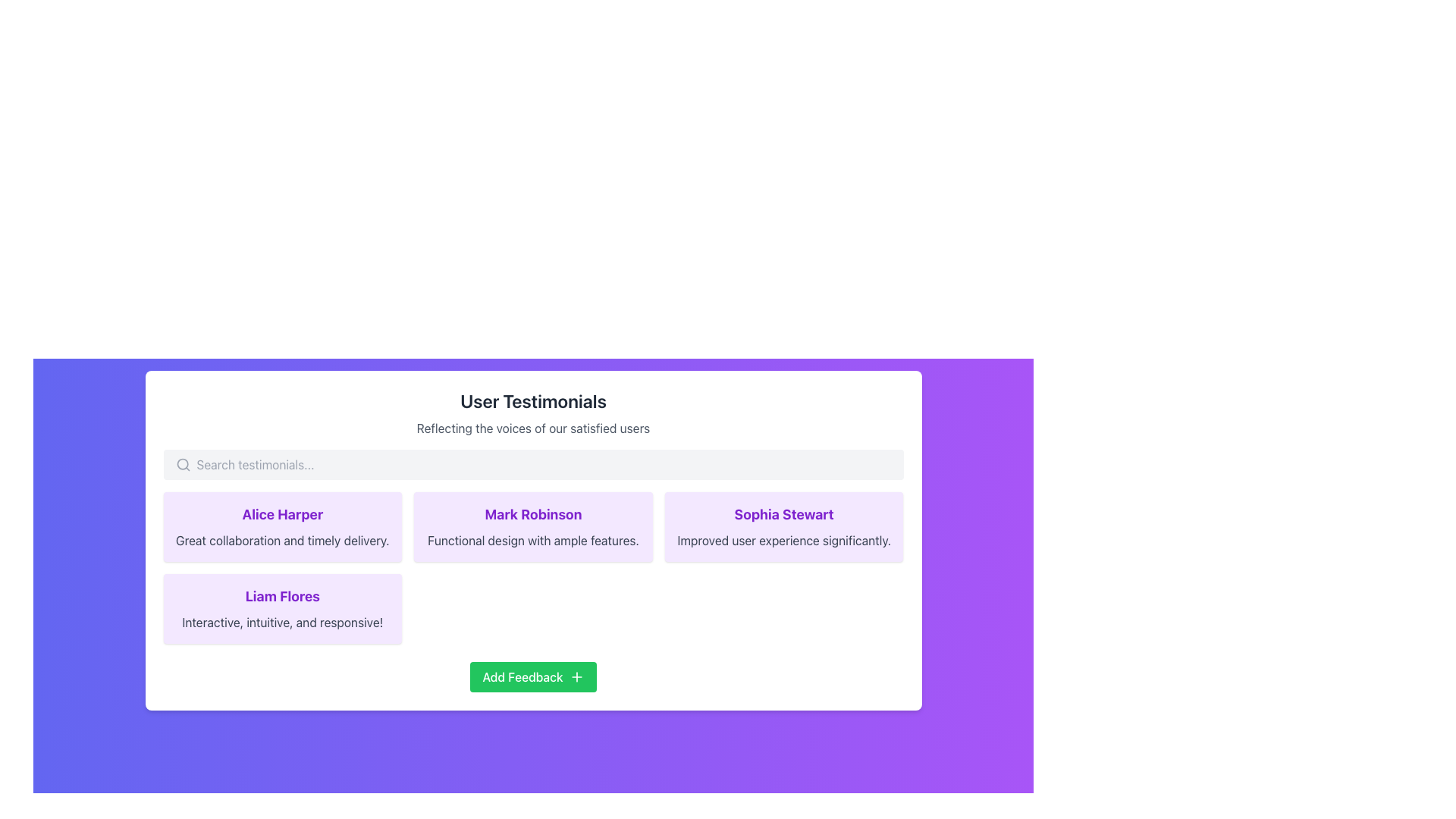 The image size is (1456, 819). Describe the element at coordinates (533, 676) in the screenshot. I see `the feedback button located at the bottom of the 'User Testimonials' section` at that location.